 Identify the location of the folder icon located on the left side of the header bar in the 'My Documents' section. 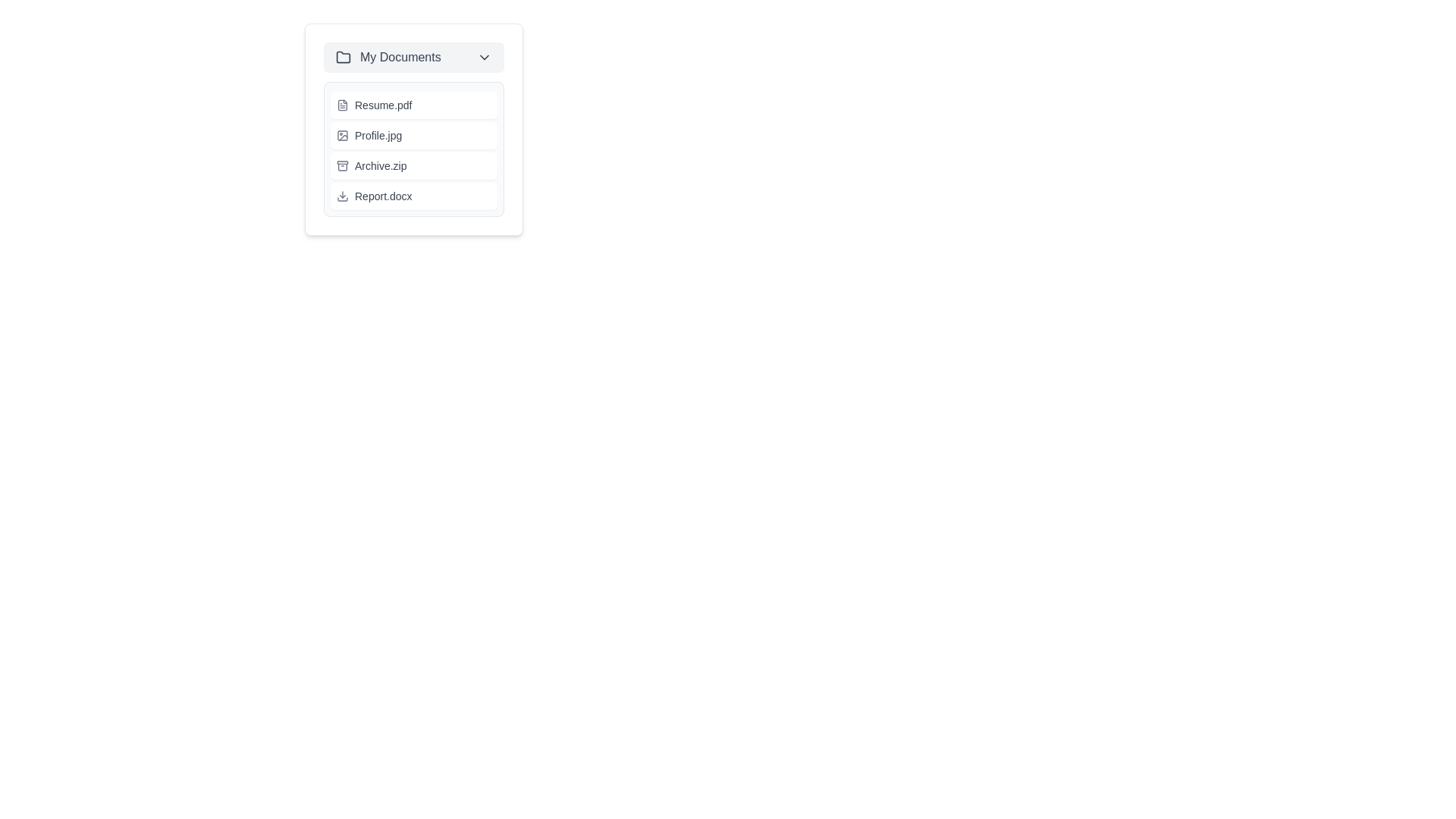
(342, 57).